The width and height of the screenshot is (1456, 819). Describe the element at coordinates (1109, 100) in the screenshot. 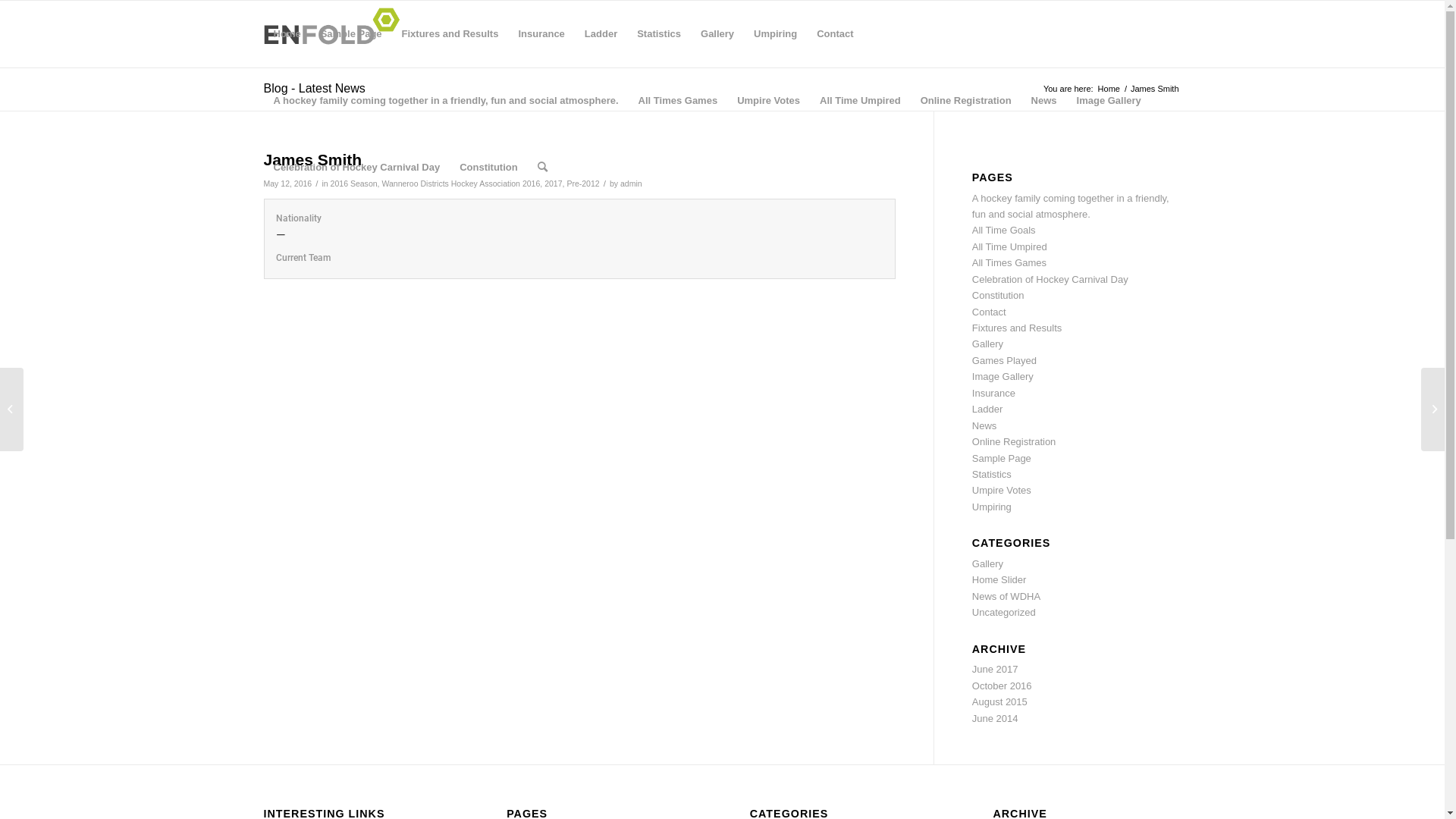

I see `'Image Gallery'` at that location.